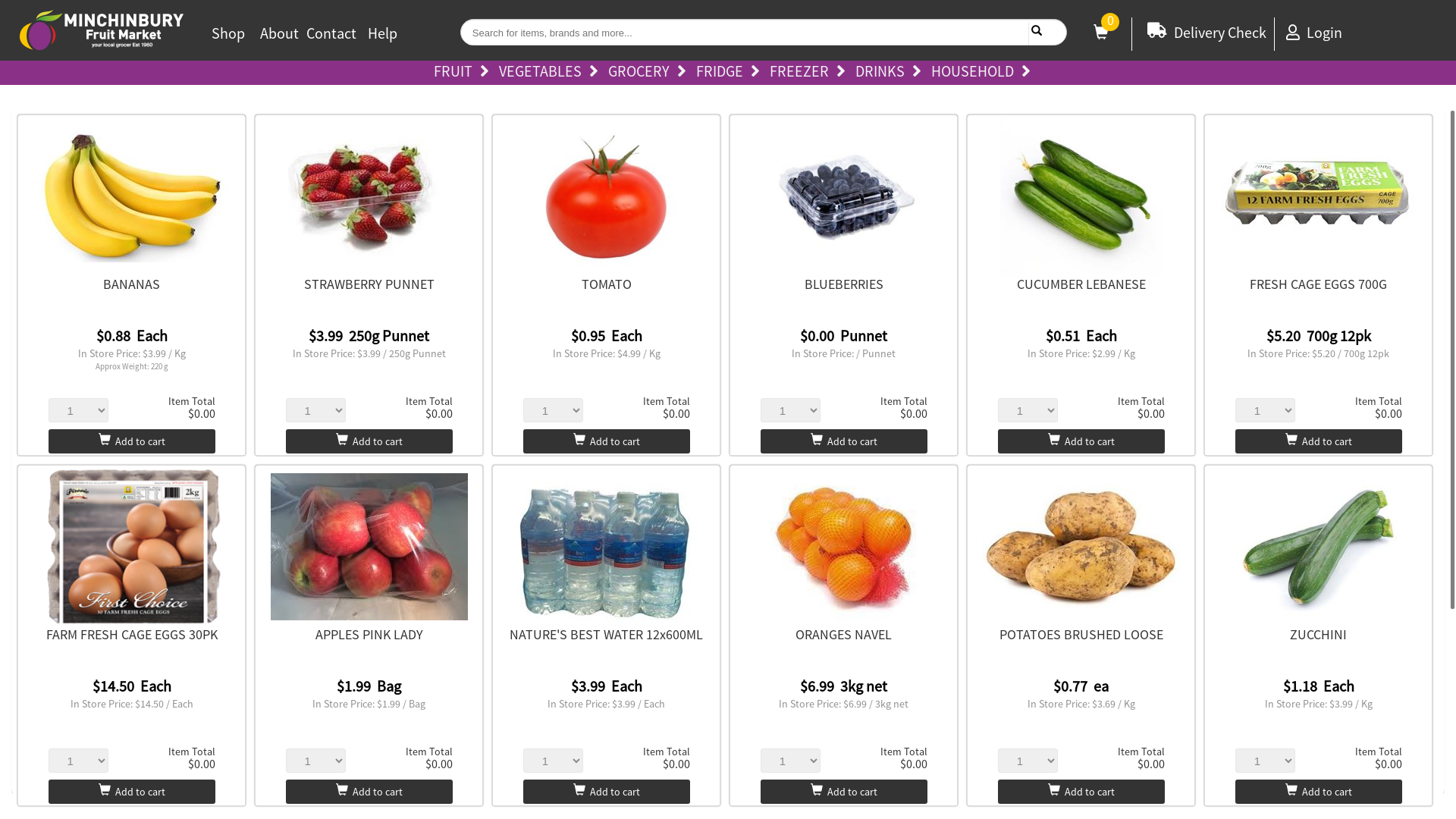 The image size is (1456, 819). I want to click on 'CUCUMBER LEBANESE', so click(1080, 284).